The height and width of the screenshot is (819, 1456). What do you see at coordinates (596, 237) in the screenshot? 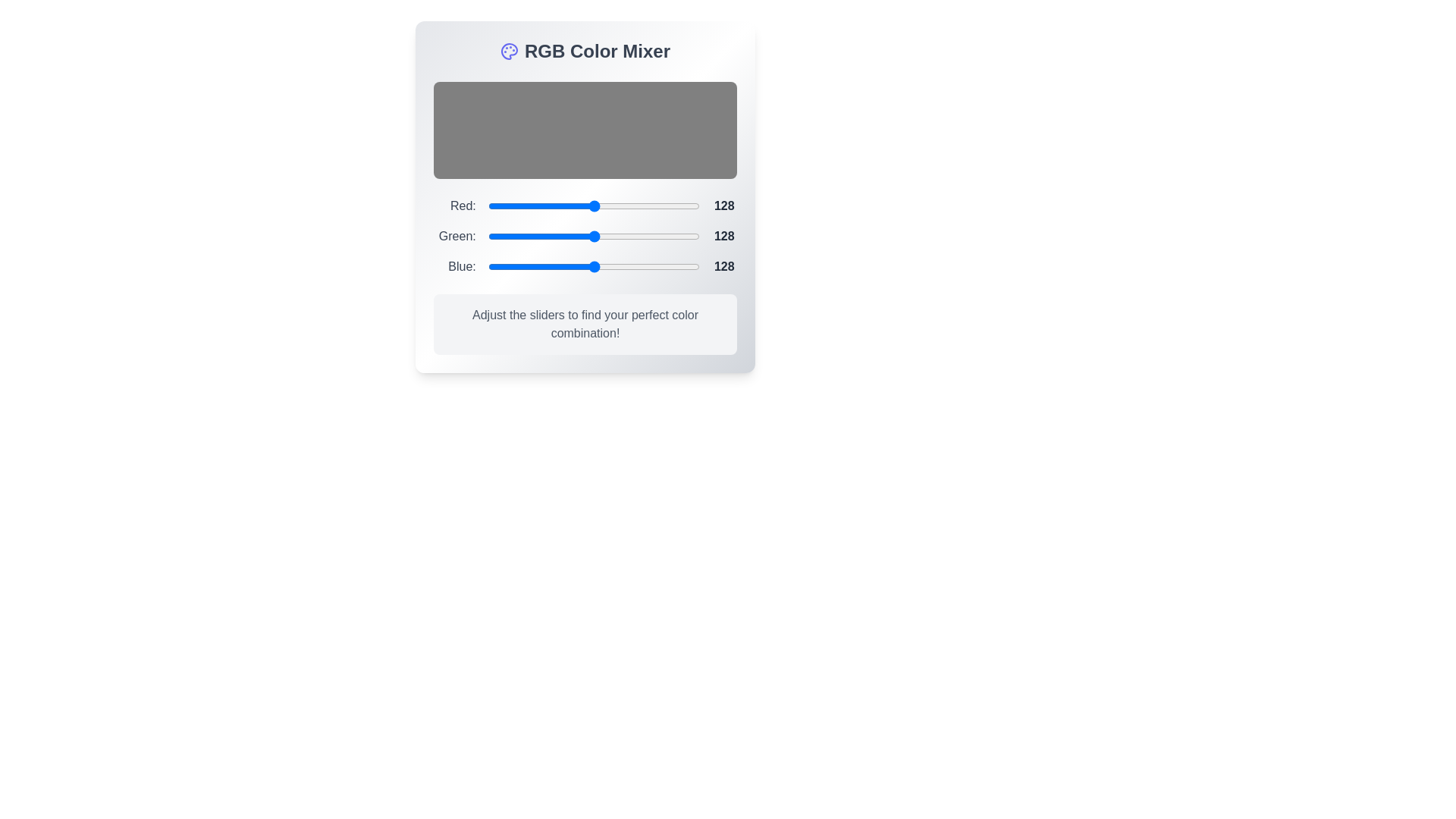
I see `the 1 slider to 132` at bounding box center [596, 237].